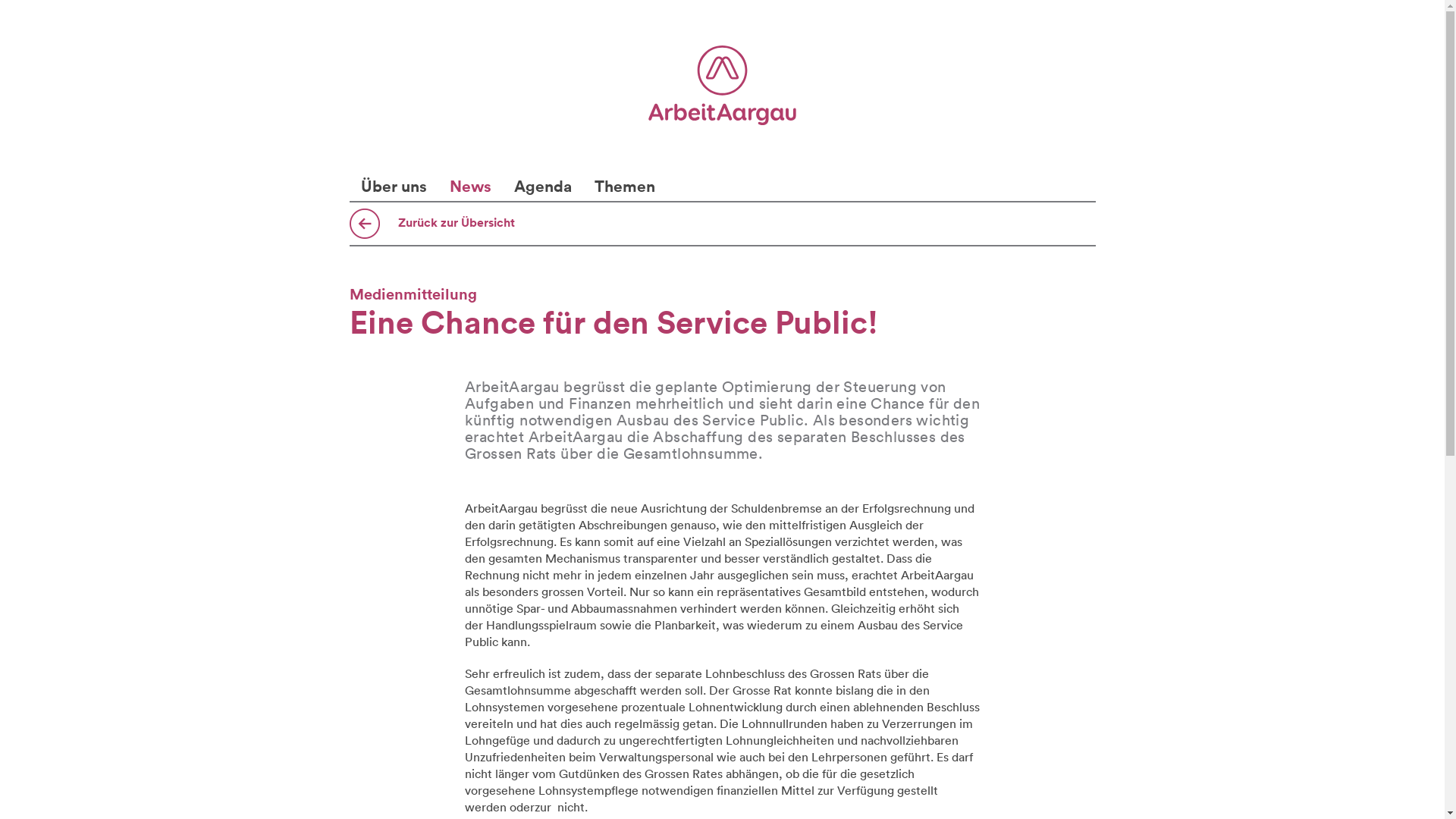 The width and height of the screenshot is (1456, 819). I want to click on 'News', so click(469, 185).